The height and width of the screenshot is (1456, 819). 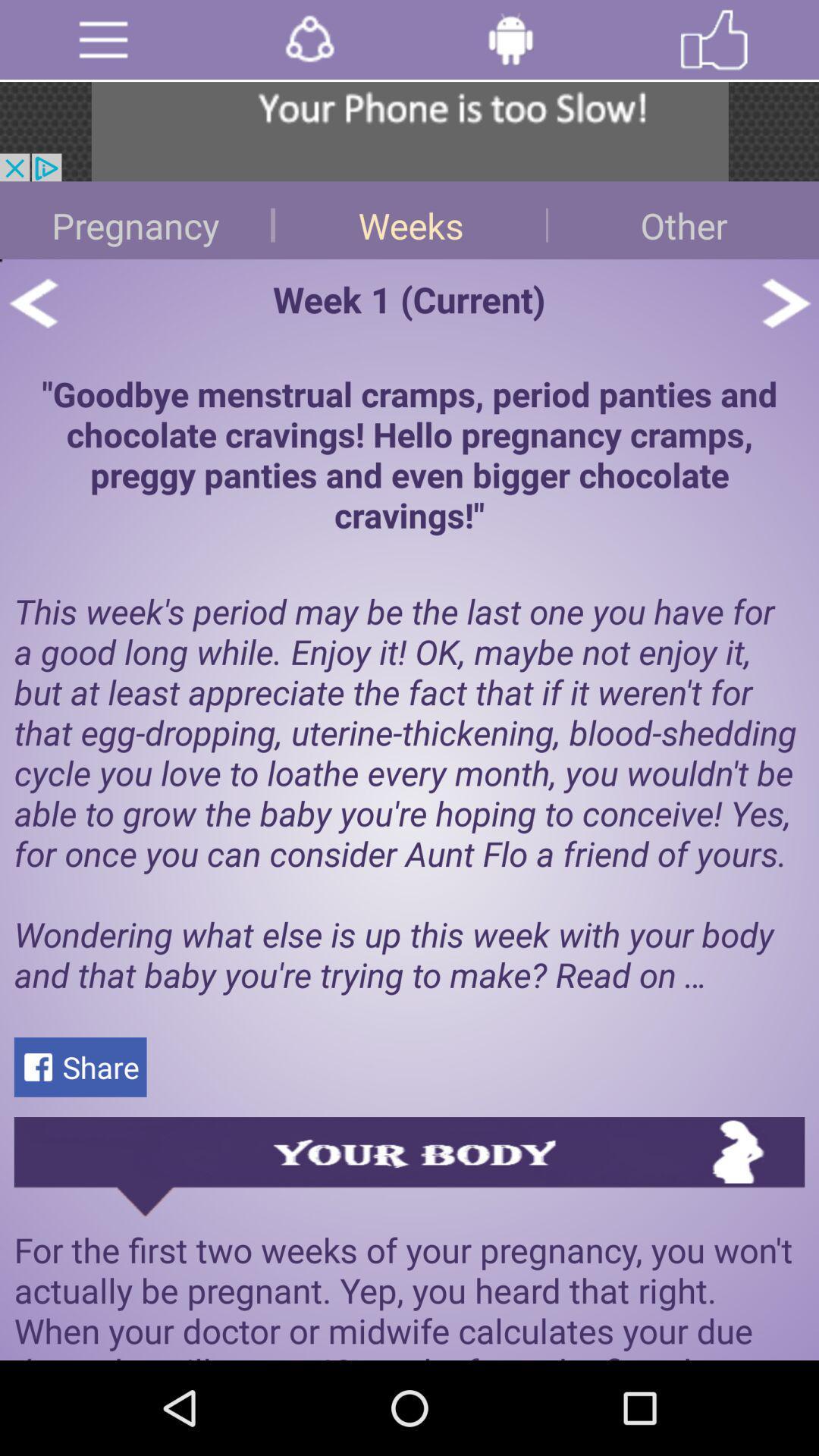 I want to click on next, so click(x=785, y=303).